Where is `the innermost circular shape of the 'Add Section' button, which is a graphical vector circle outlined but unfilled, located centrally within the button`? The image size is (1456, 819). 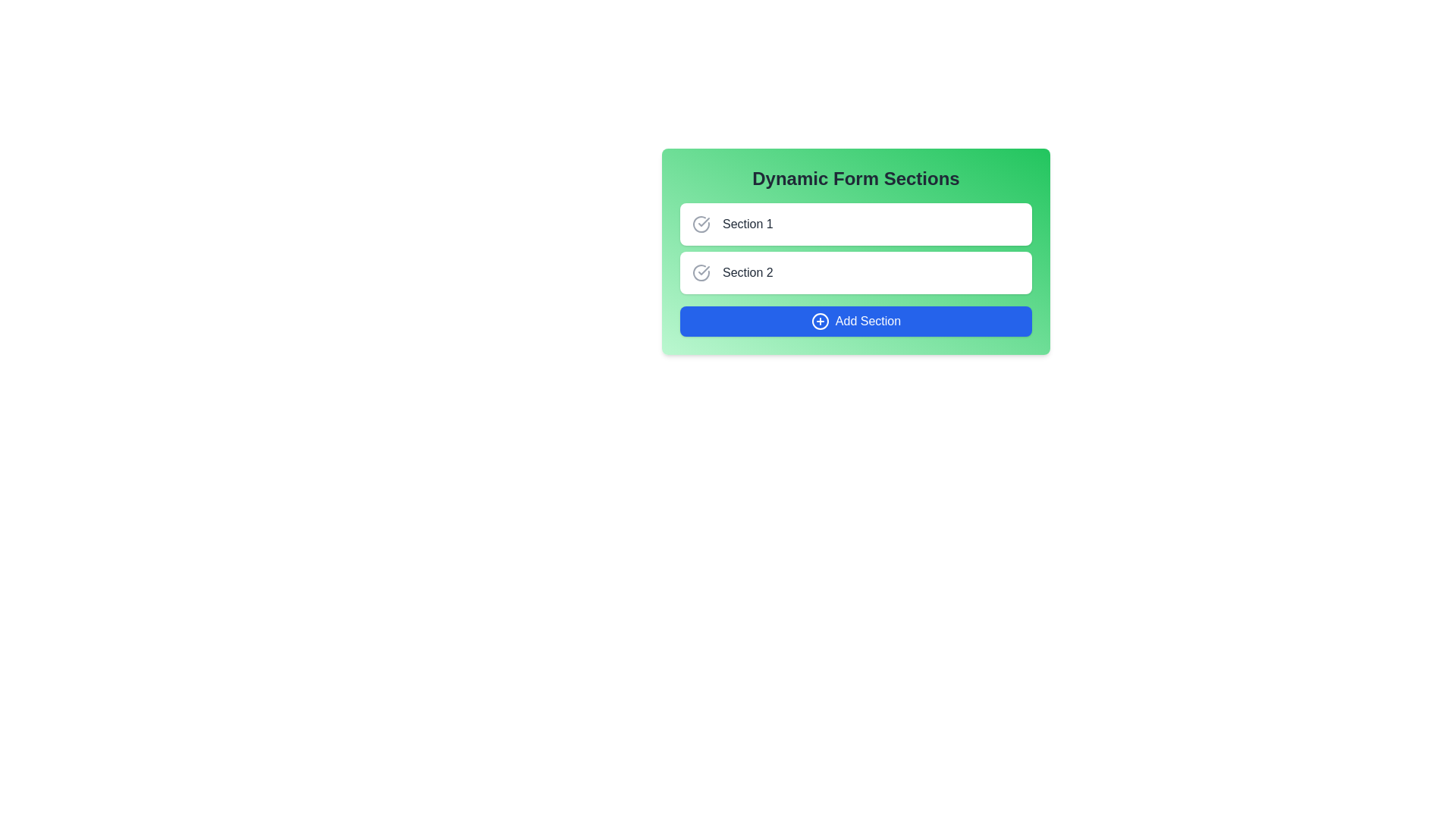 the innermost circular shape of the 'Add Section' button, which is a graphical vector circle outlined but unfilled, located centrally within the button is located at coordinates (819, 321).